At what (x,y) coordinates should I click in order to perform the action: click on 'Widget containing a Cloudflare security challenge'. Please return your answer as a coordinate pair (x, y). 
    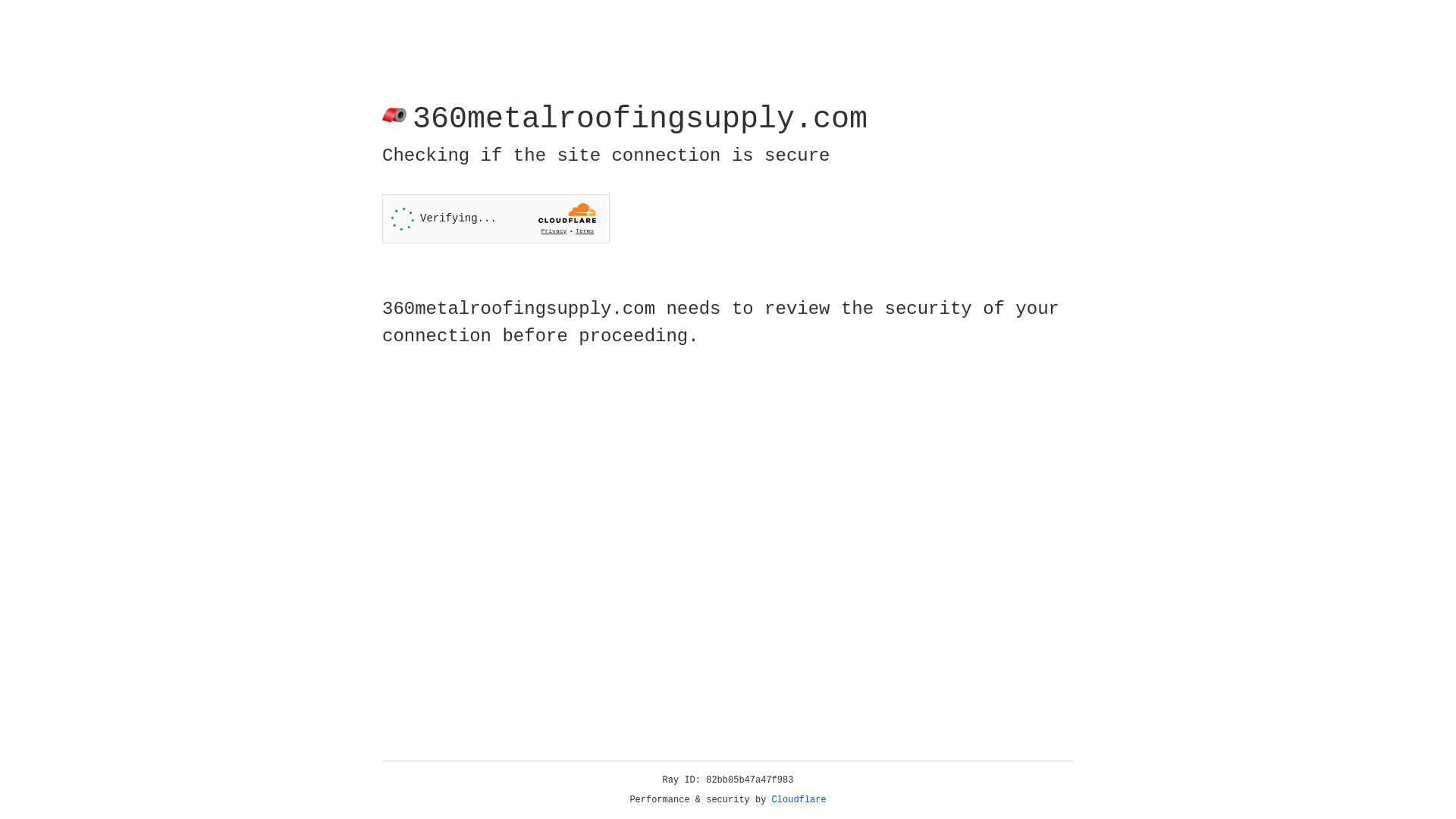
    Looking at the image, I should click on (495, 218).